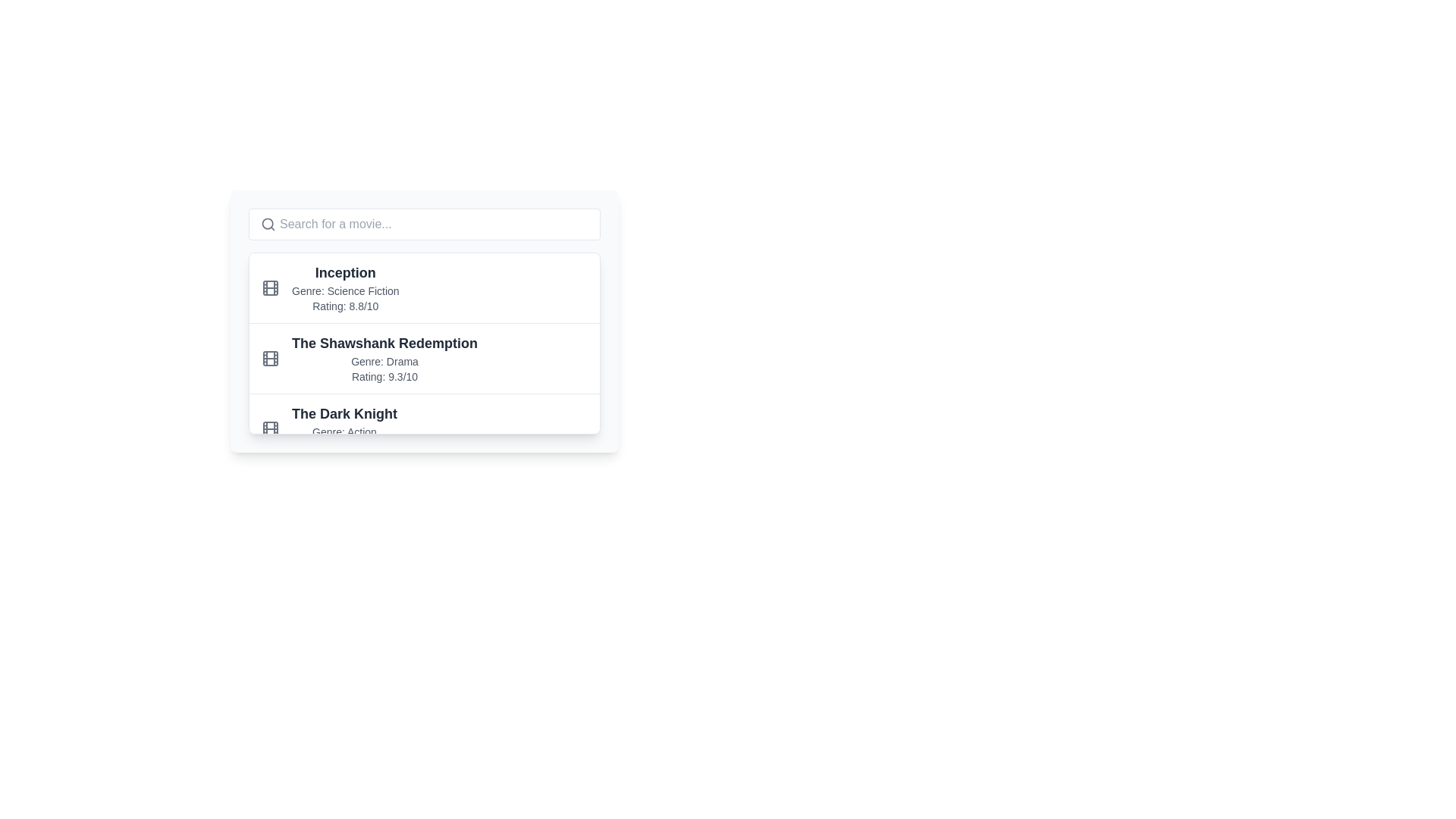 This screenshot has width=1456, height=819. Describe the element at coordinates (270, 429) in the screenshot. I see `the movie film icon located to the left of the title text 'The Dark Knight' in the movie search results block` at that location.